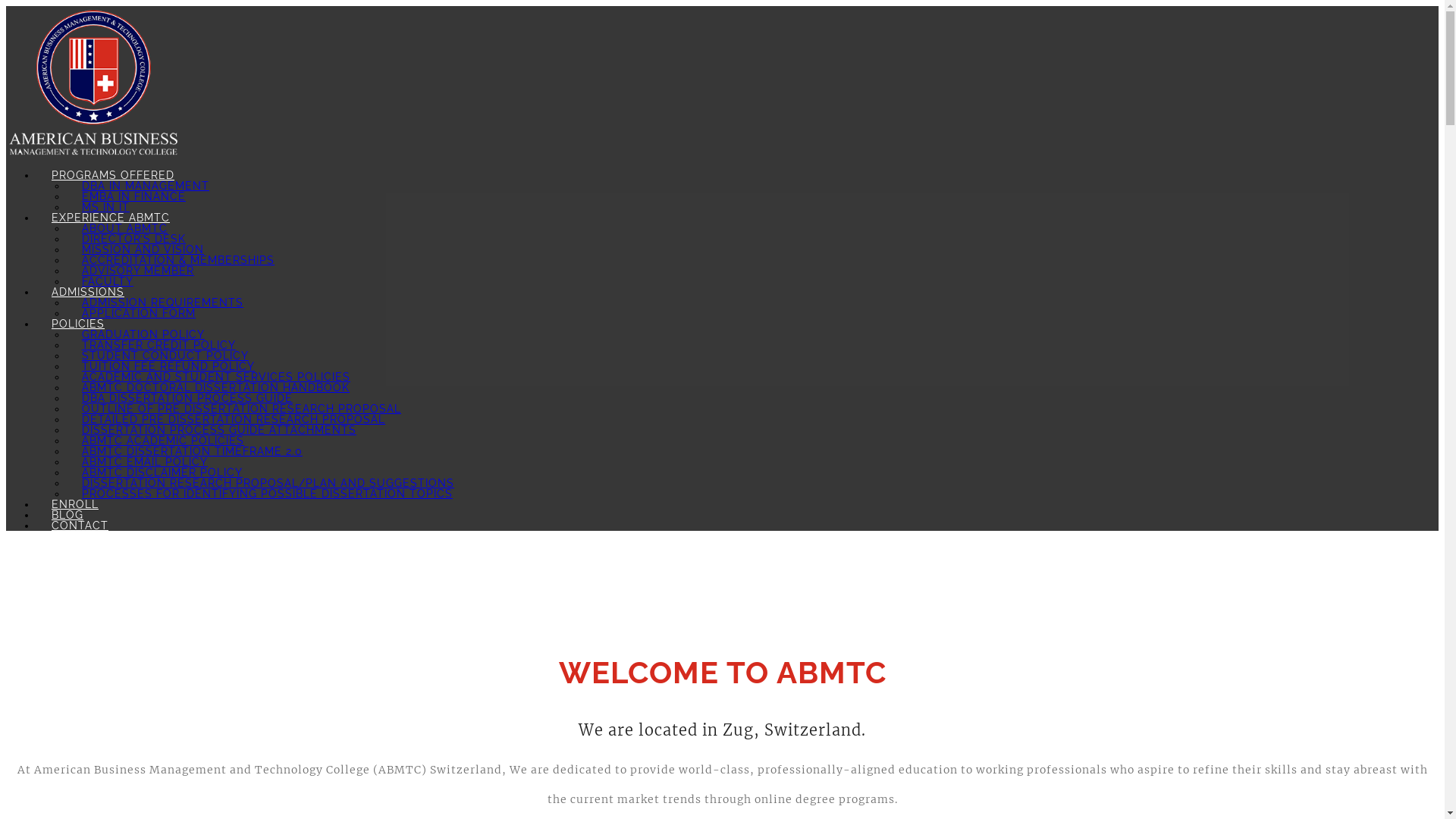 This screenshot has width=1456, height=819. What do you see at coordinates (158, 345) in the screenshot?
I see `'TRANSFER CREDIT POLICY'` at bounding box center [158, 345].